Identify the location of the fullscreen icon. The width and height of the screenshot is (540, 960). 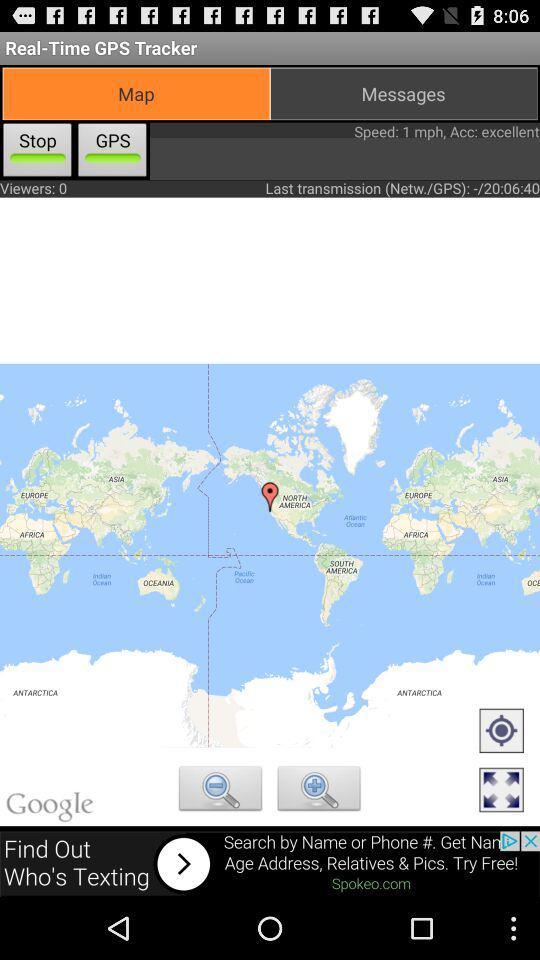
(500, 845).